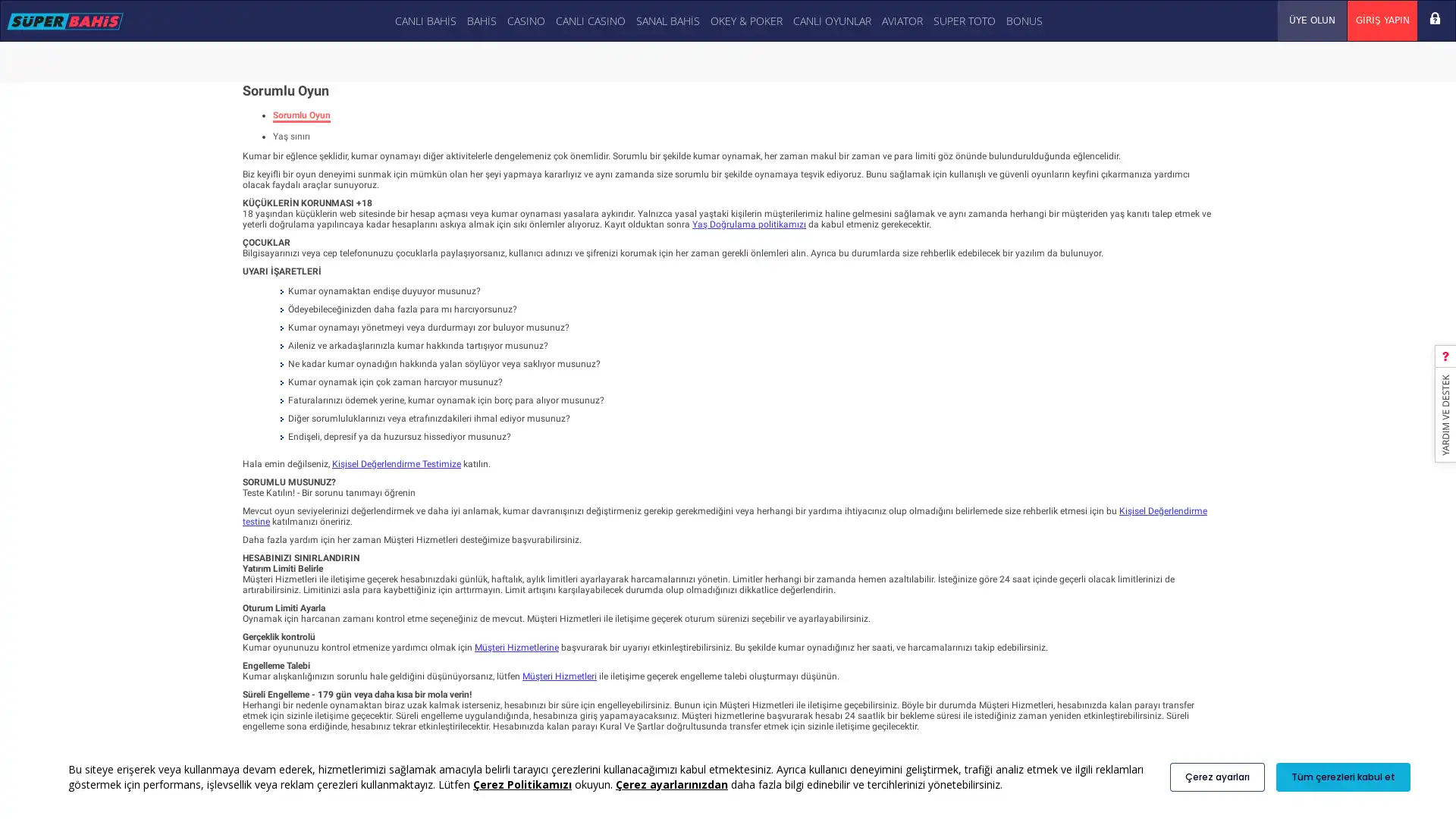 The width and height of the screenshot is (1456, 819). What do you see at coordinates (1343, 777) in the screenshot?
I see `Tum cerezleri kabul et` at bounding box center [1343, 777].